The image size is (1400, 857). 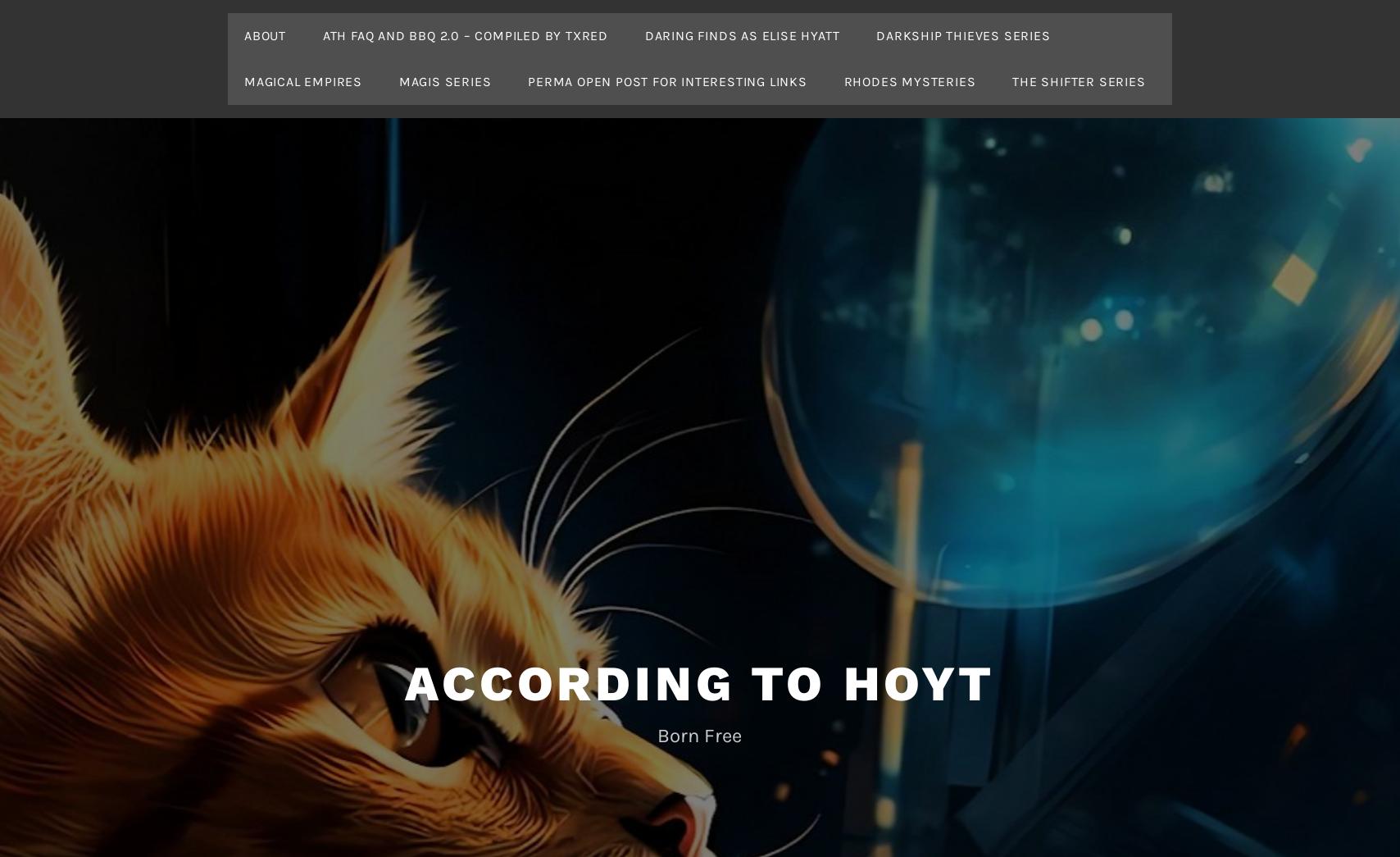 I want to click on 'Daring Finds as Elise Hyatt', so click(x=742, y=34).